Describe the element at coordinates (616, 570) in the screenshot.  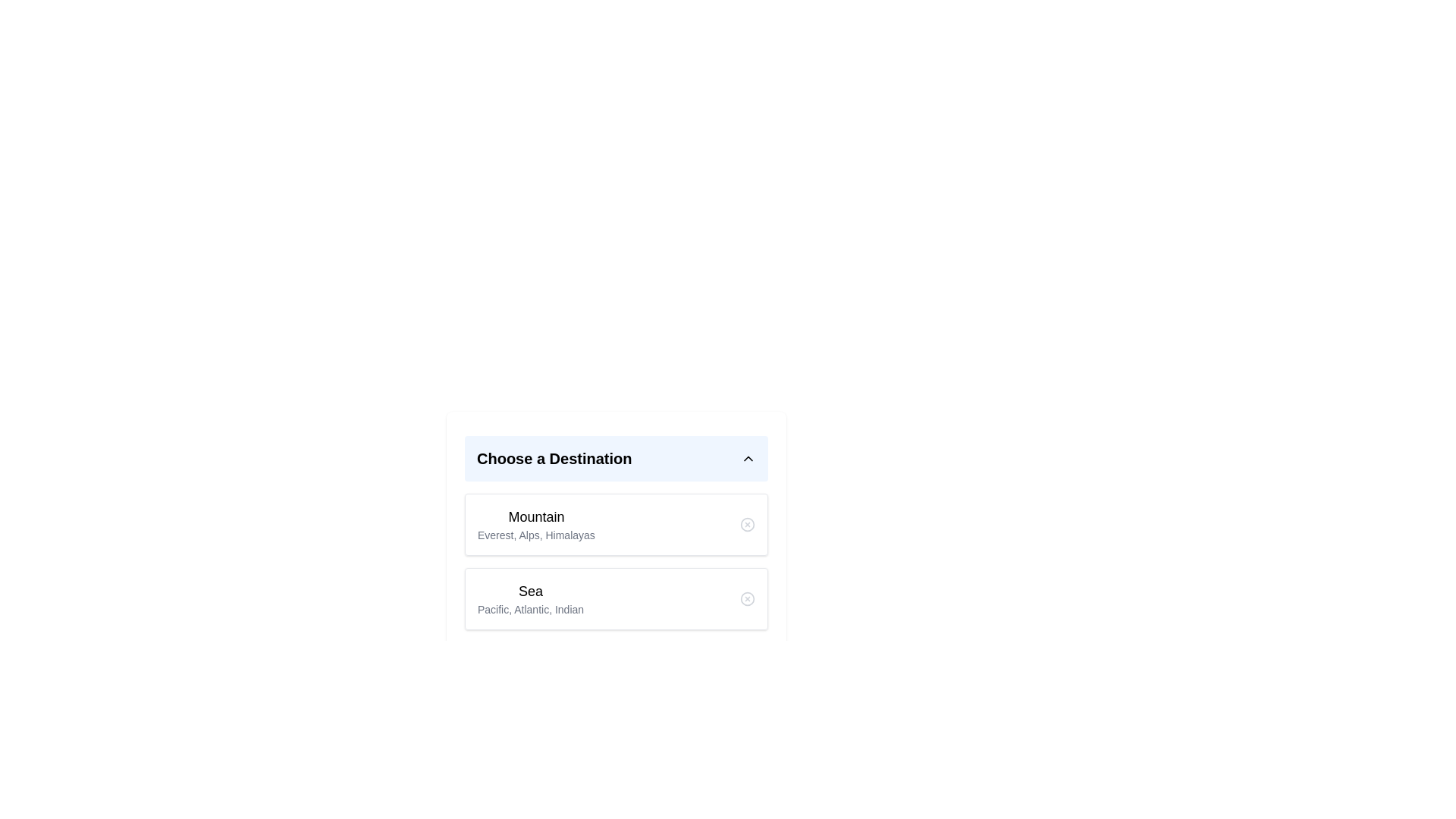
I see `the second selectable list item titled 'Sea' with the subtitle 'Pacific, Atlantic, Indian'` at that location.